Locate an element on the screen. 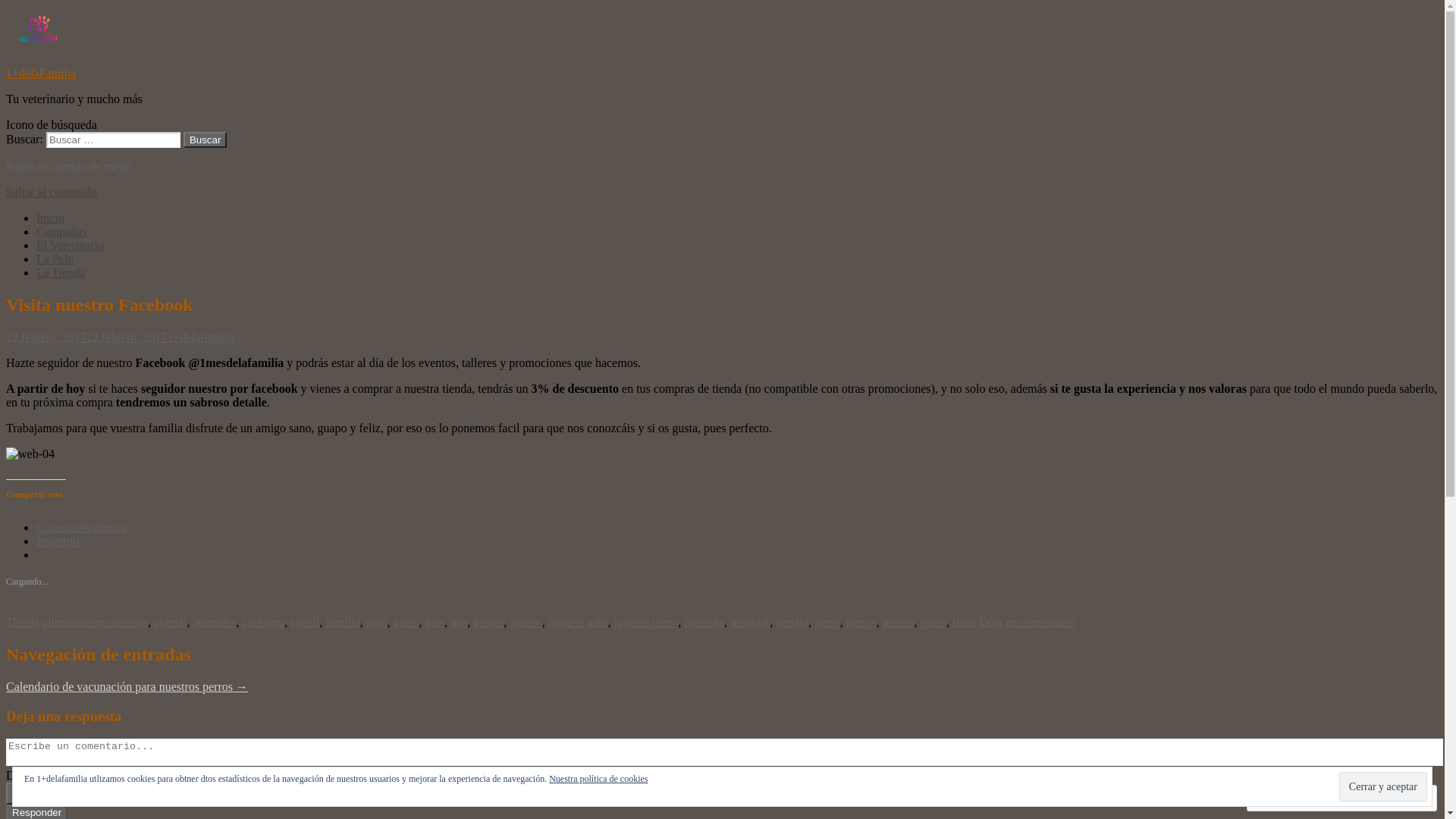 This screenshot has height=819, width=1456. '12 febrero, 201712 febrero, 2017' is located at coordinates (86, 336).